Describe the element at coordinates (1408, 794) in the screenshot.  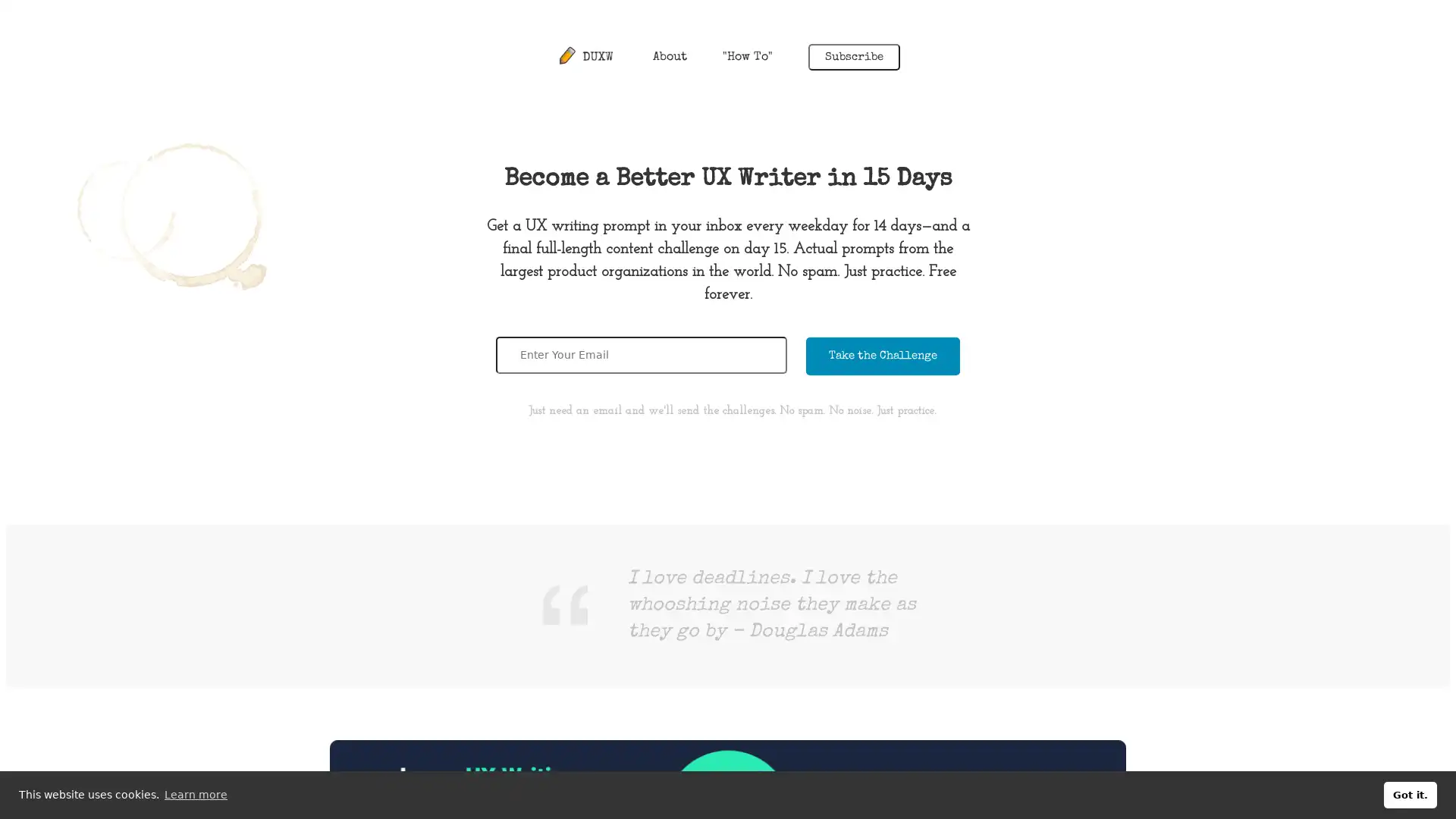
I see `dismiss cookie message` at that location.